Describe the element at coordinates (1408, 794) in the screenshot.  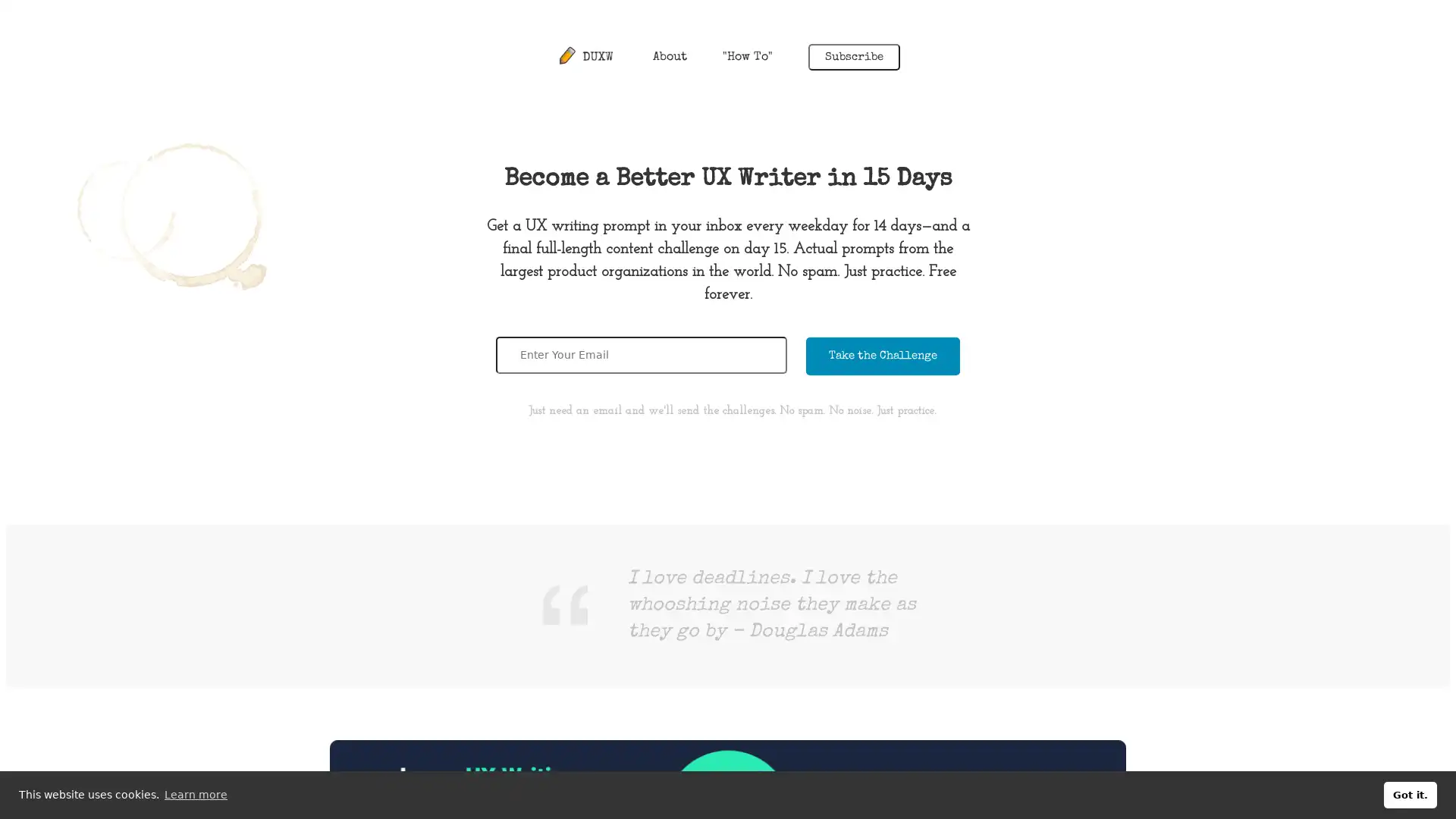
I see `dismiss cookie message` at that location.